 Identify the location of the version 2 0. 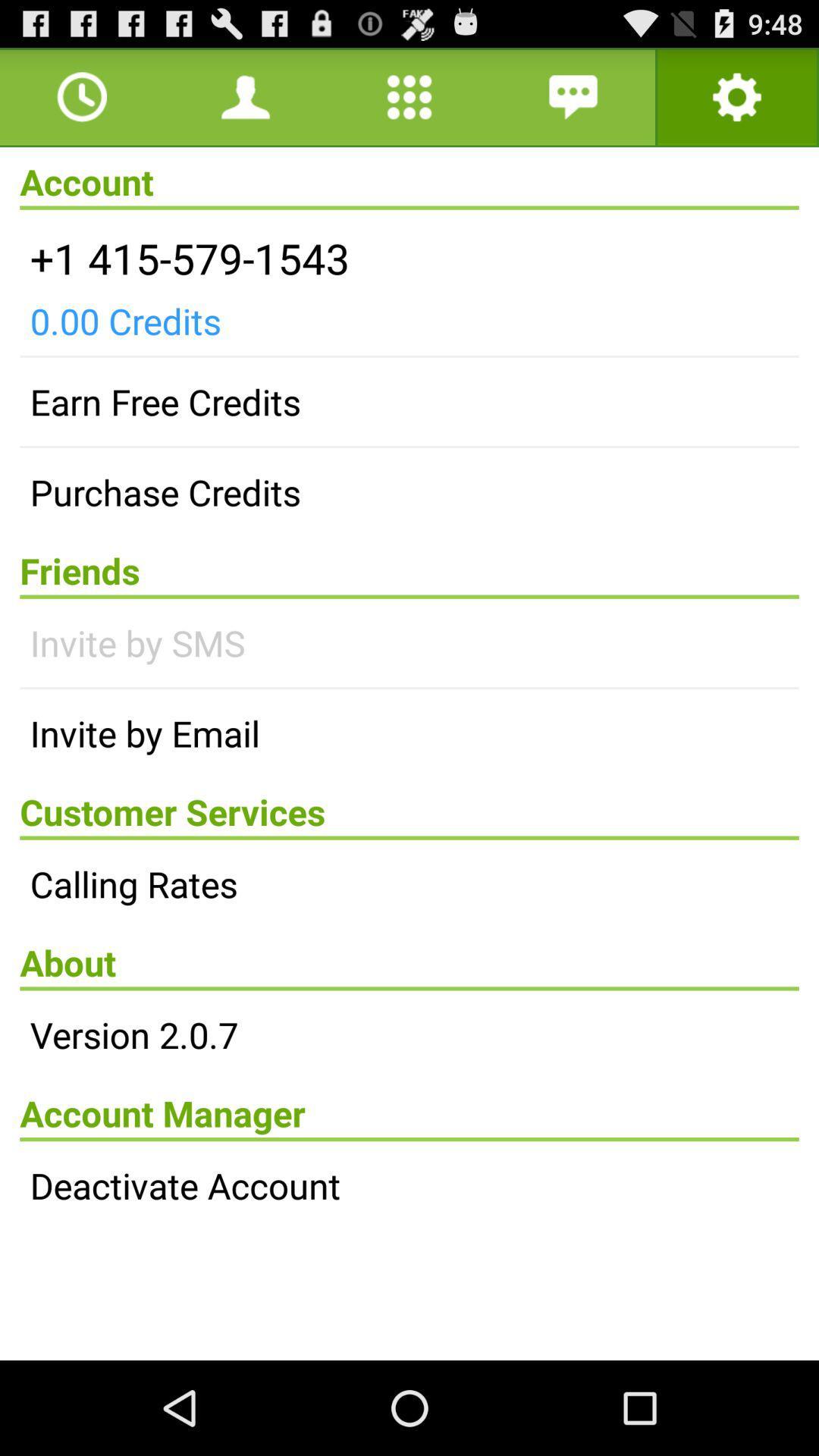
(409, 1034).